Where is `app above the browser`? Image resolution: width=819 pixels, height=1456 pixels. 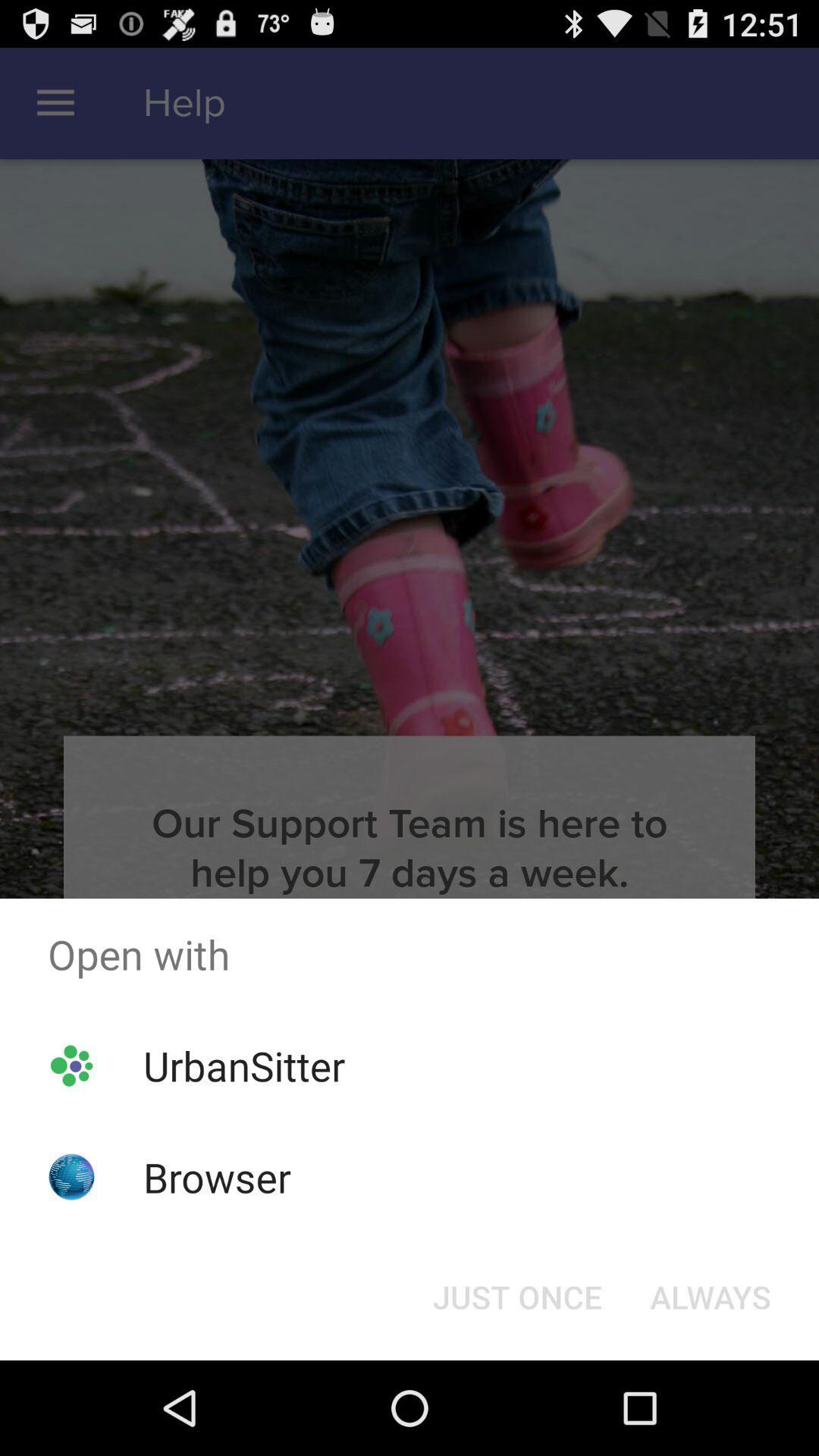 app above the browser is located at coordinates (243, 1065).